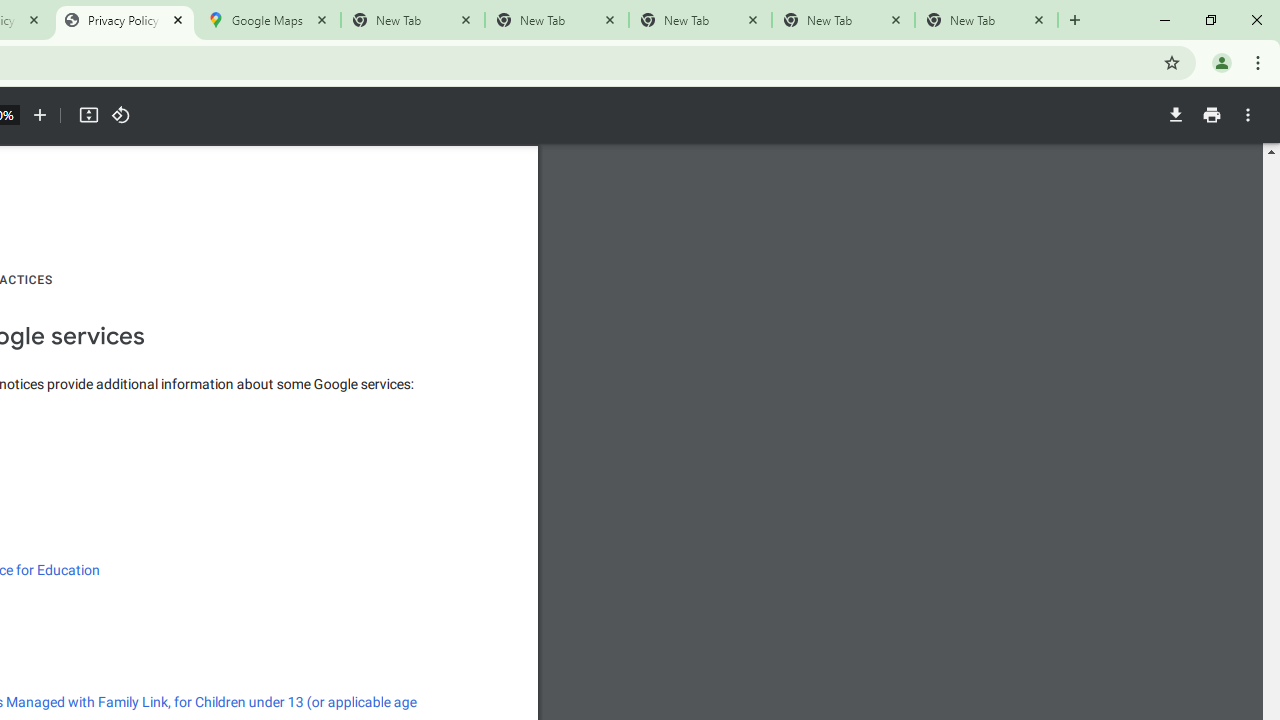 The image size is (1280, 720). Describe the element at coordinates (1175, 115) in the screenshot. I see `'Download'` at that location.